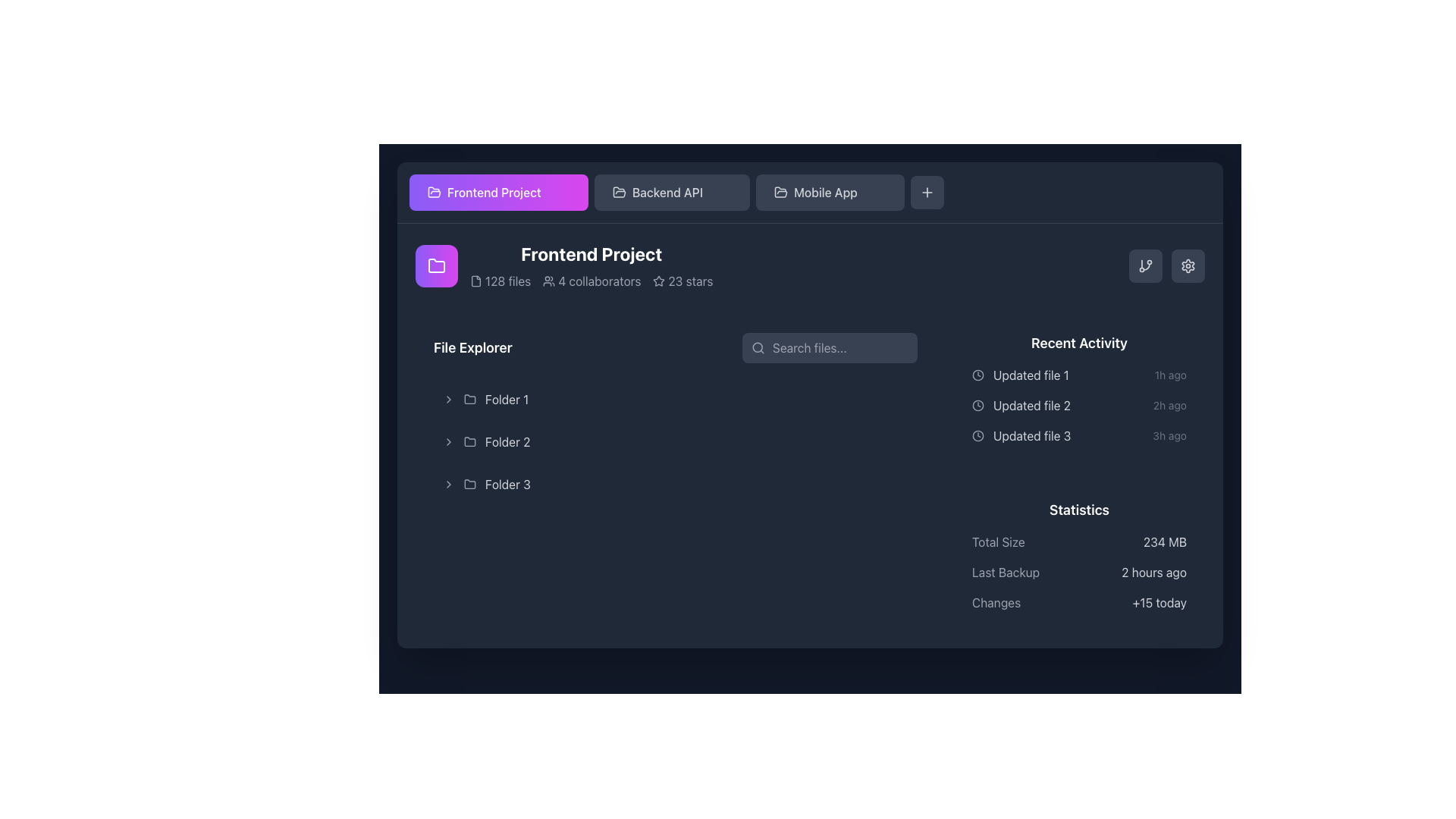 This screenshot has width=1456, height=819. I want to click on the 'Backend API' button located in the horizontal navigation bar, so click(671, 192).